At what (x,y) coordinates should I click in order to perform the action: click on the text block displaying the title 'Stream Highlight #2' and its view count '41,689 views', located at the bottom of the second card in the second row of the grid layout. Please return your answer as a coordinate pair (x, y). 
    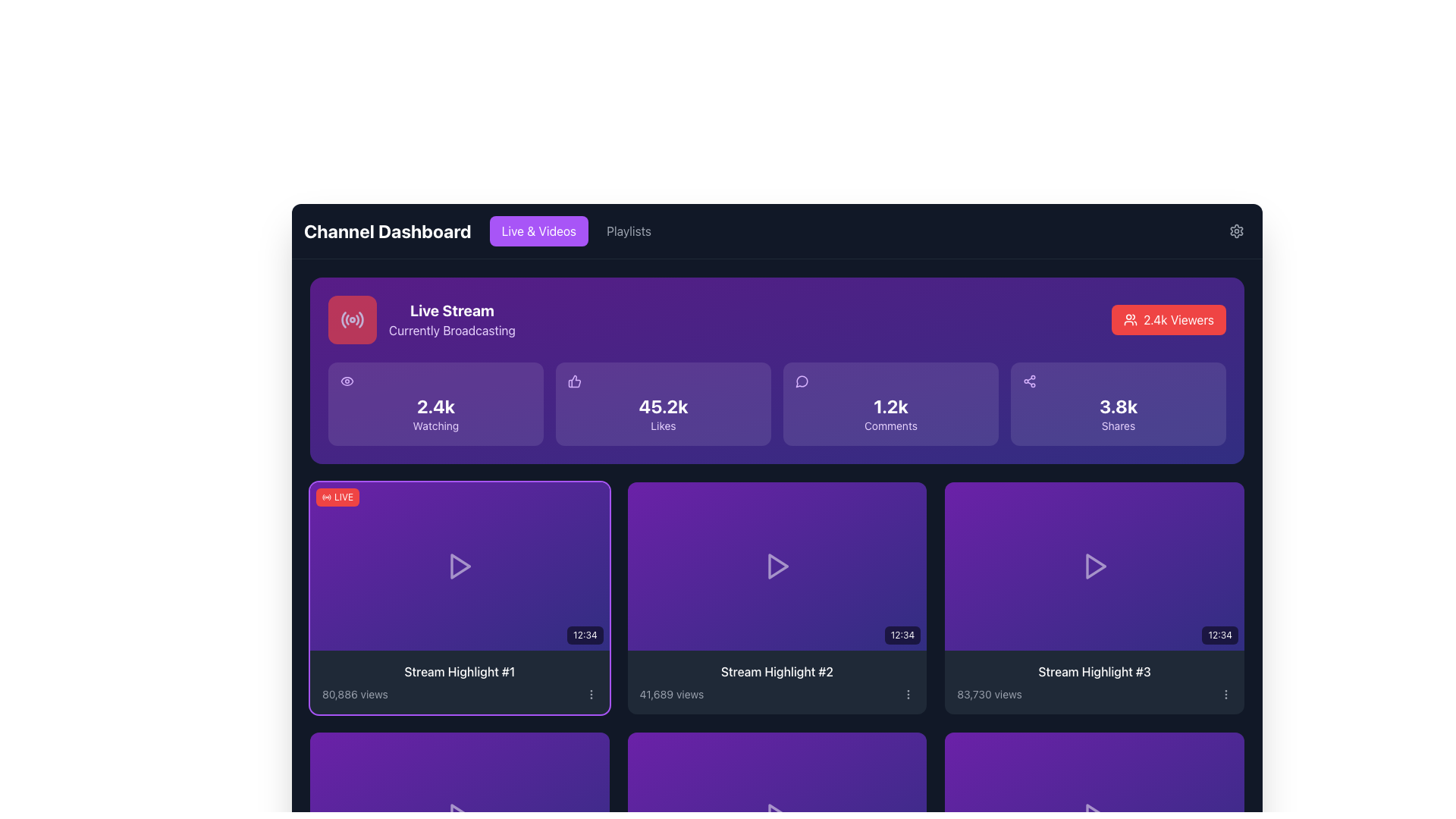
    Looking at the image, I should click on (777, 681).